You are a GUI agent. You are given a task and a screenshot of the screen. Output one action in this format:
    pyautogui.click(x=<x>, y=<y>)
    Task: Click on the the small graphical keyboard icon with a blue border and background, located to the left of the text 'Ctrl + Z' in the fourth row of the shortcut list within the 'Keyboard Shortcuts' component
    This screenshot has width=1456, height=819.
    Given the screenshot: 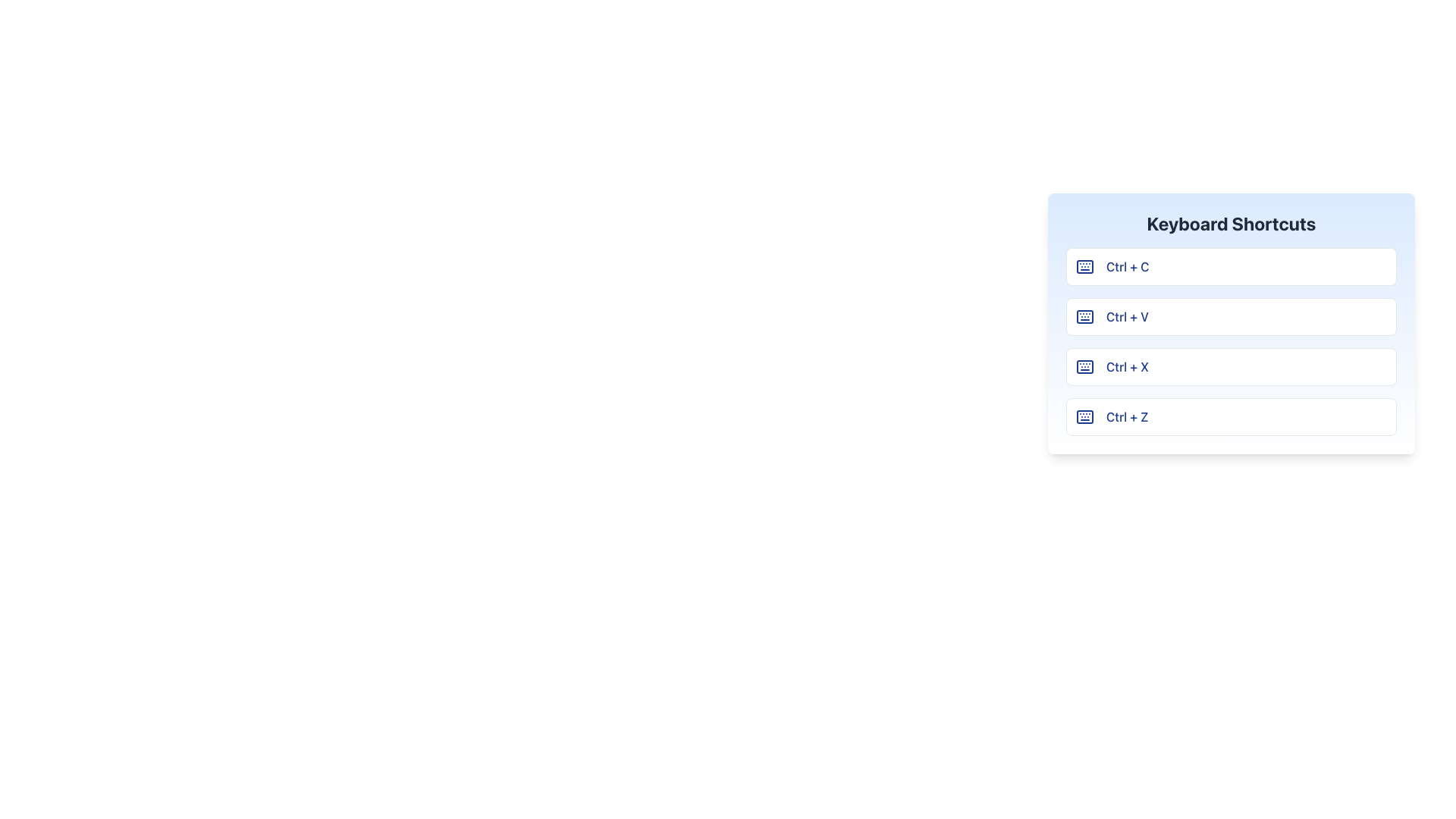 What is the action you would take?
    pyautogui.click(x=1084, y=417)
    